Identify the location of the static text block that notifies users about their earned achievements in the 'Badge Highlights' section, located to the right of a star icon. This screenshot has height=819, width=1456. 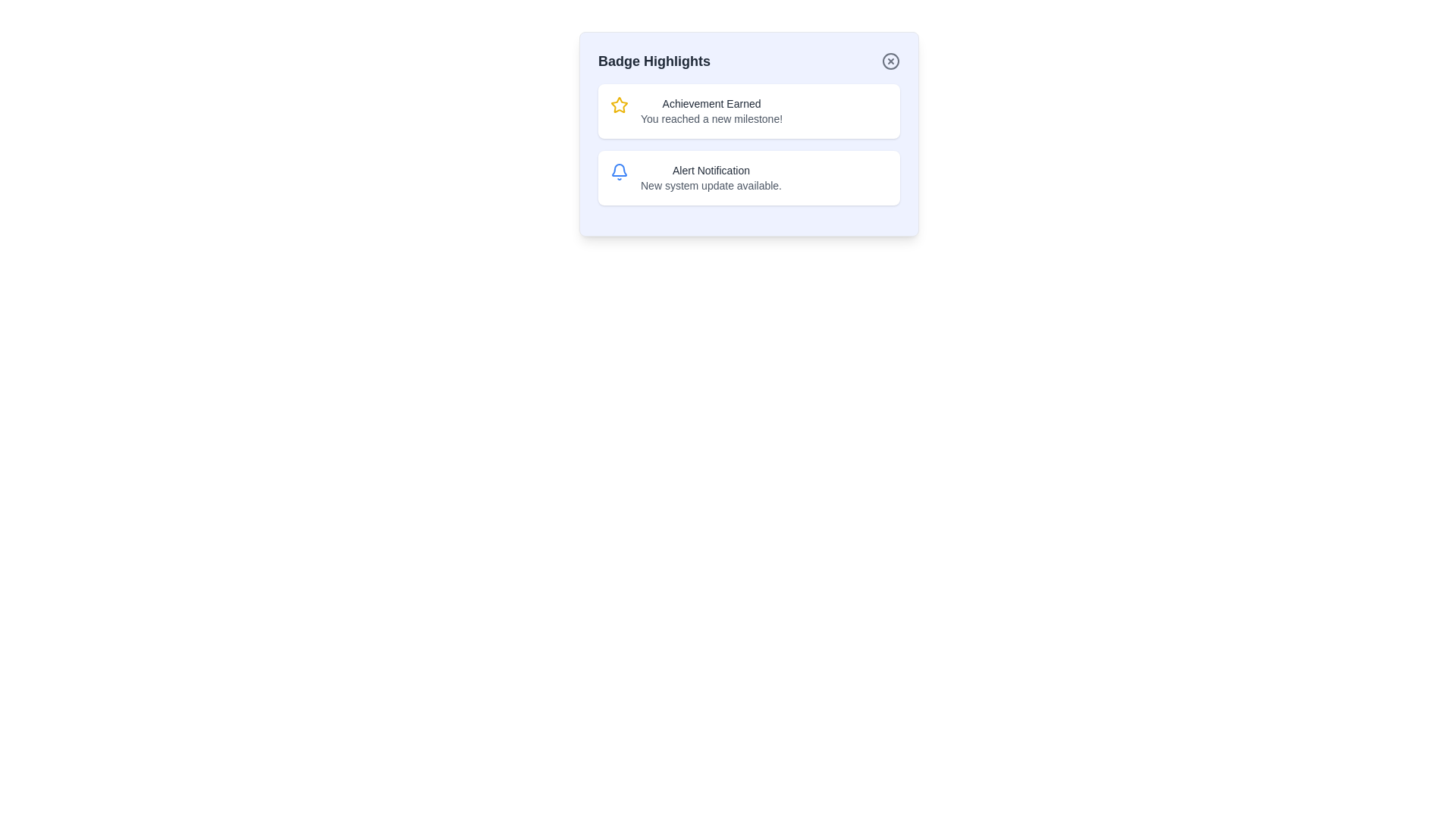
(711, 110).